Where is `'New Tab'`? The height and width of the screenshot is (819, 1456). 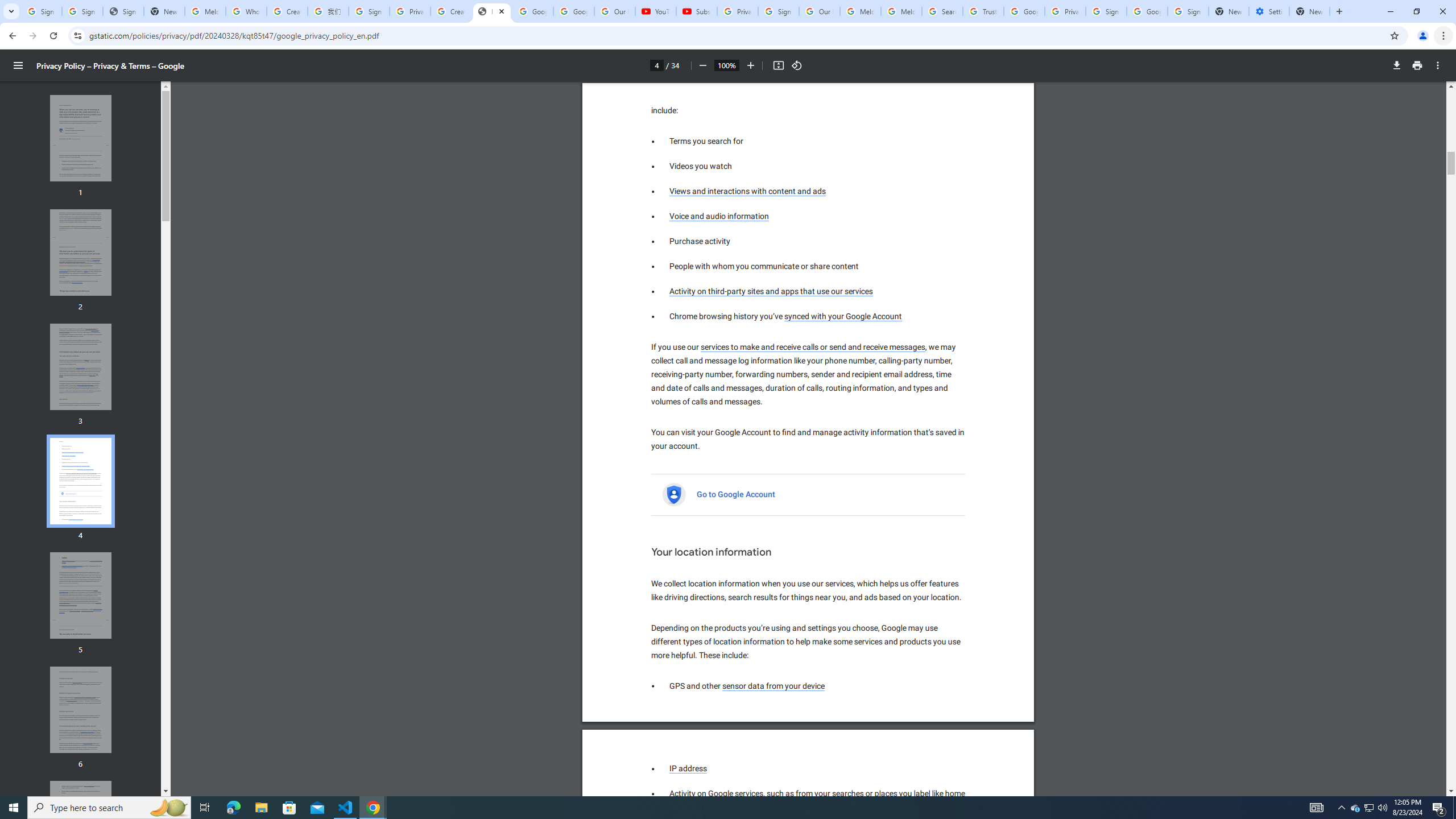 'New Tab' is located at coordinates (1309, 11).